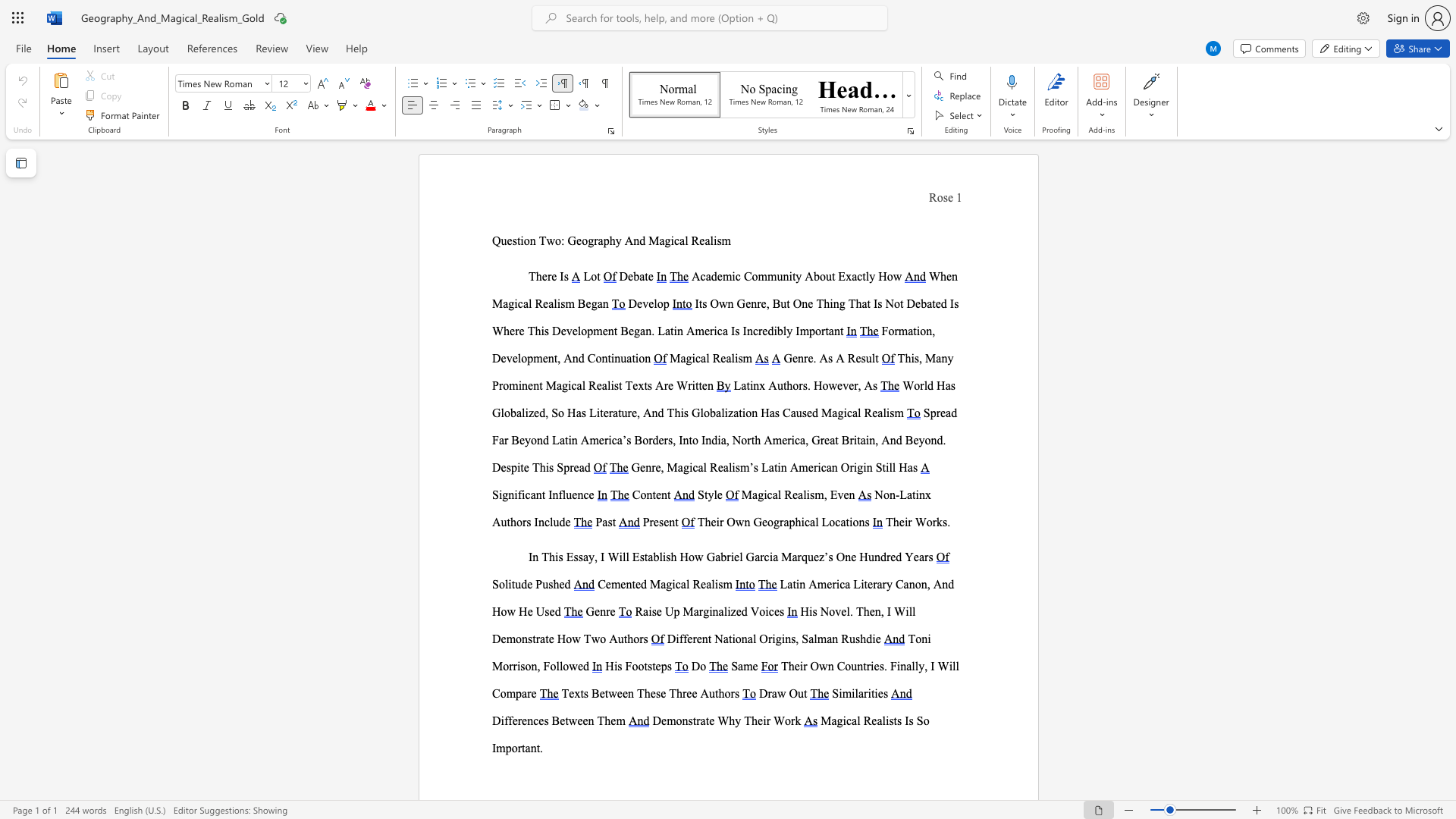 This screenshot has width=1456, height=819. Describe the element at coordinates (491, 466) in the screenshot. I see `the subset text "Despite This Sp" within the text "Spread Far Beyond Latin America’s Borders, Into India, North America, Great Britain, And Beyond. Despite This Spread"` at that location.